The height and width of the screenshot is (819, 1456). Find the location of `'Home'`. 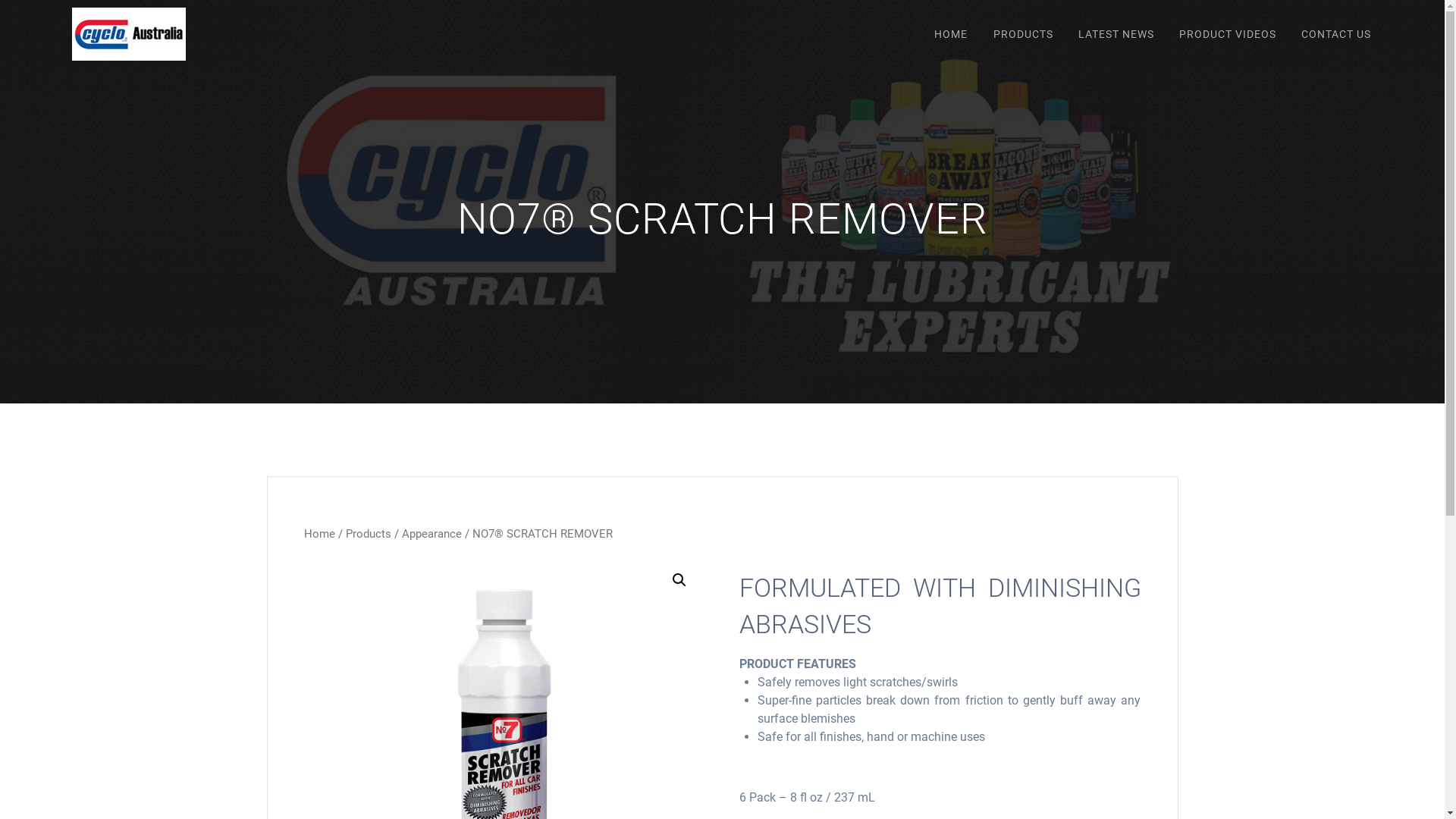

'Home' is located at coordinates (318, 533).